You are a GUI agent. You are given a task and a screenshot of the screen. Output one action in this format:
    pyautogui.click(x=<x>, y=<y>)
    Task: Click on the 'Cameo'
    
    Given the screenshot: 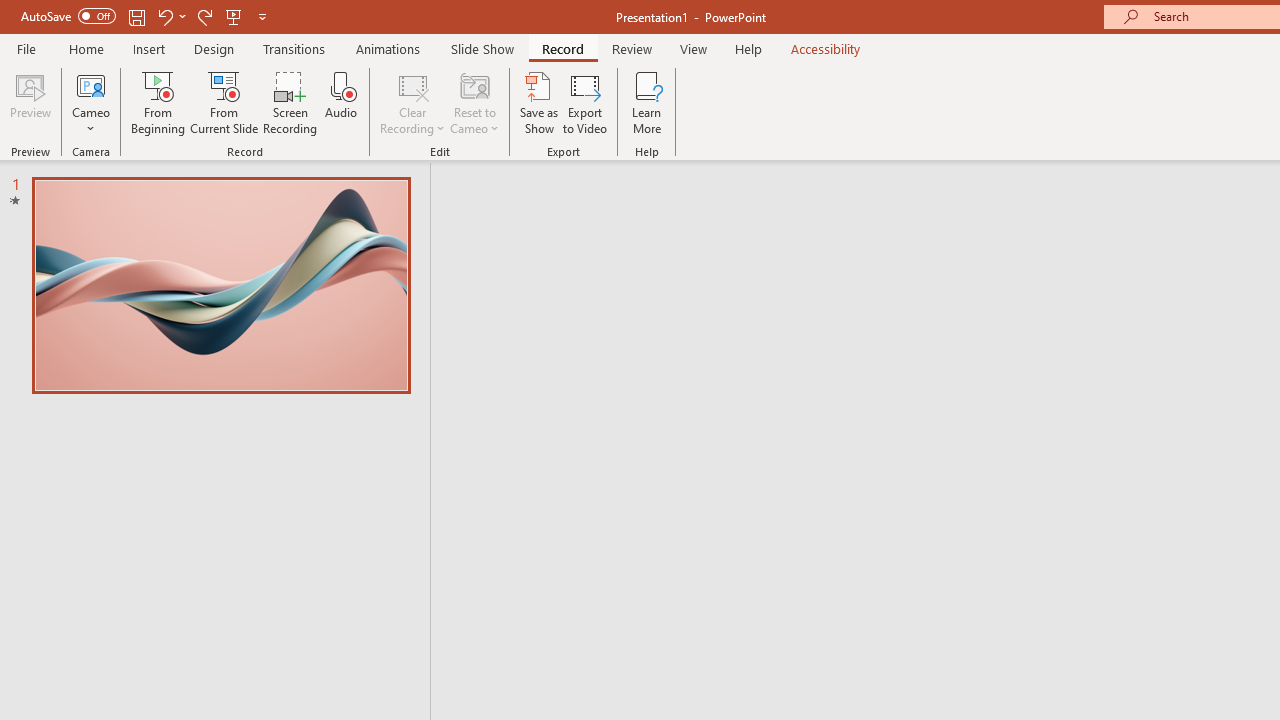 What is the action you would take?
    pyautogui.click(x=90, y=103)
    